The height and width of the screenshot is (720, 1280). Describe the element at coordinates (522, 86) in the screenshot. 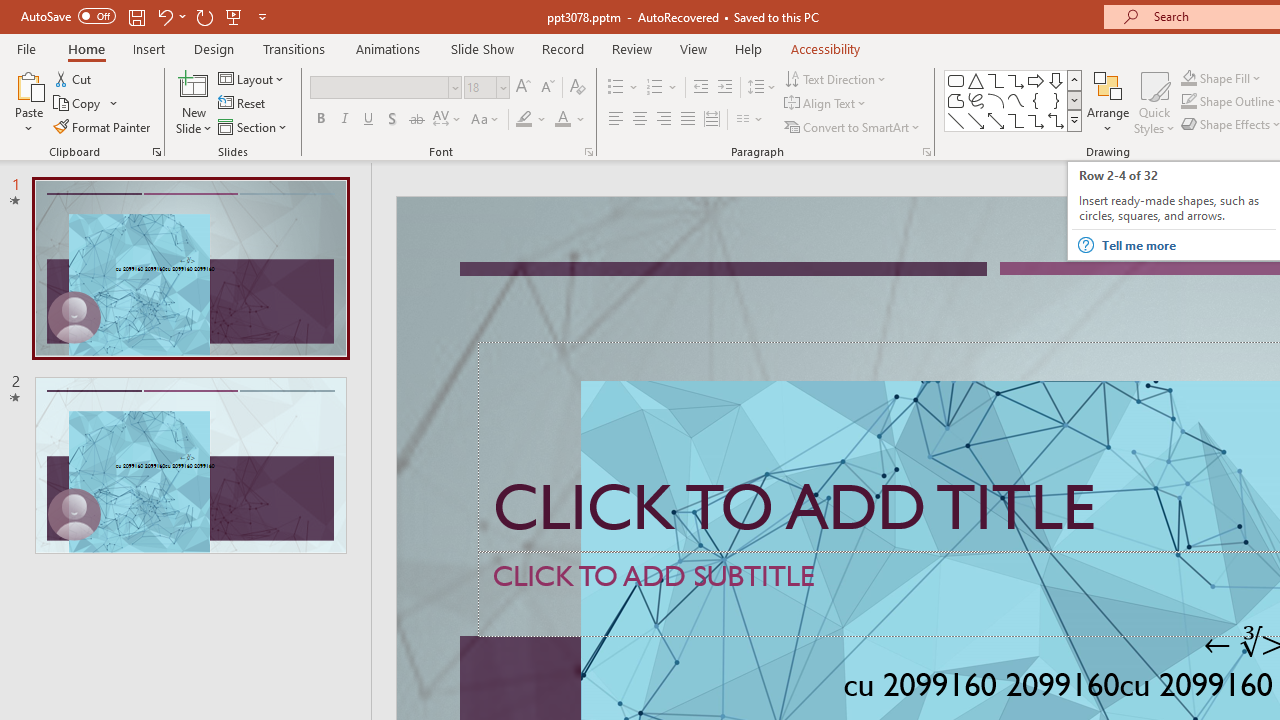

I see `'Increase Font Size'` at that location.